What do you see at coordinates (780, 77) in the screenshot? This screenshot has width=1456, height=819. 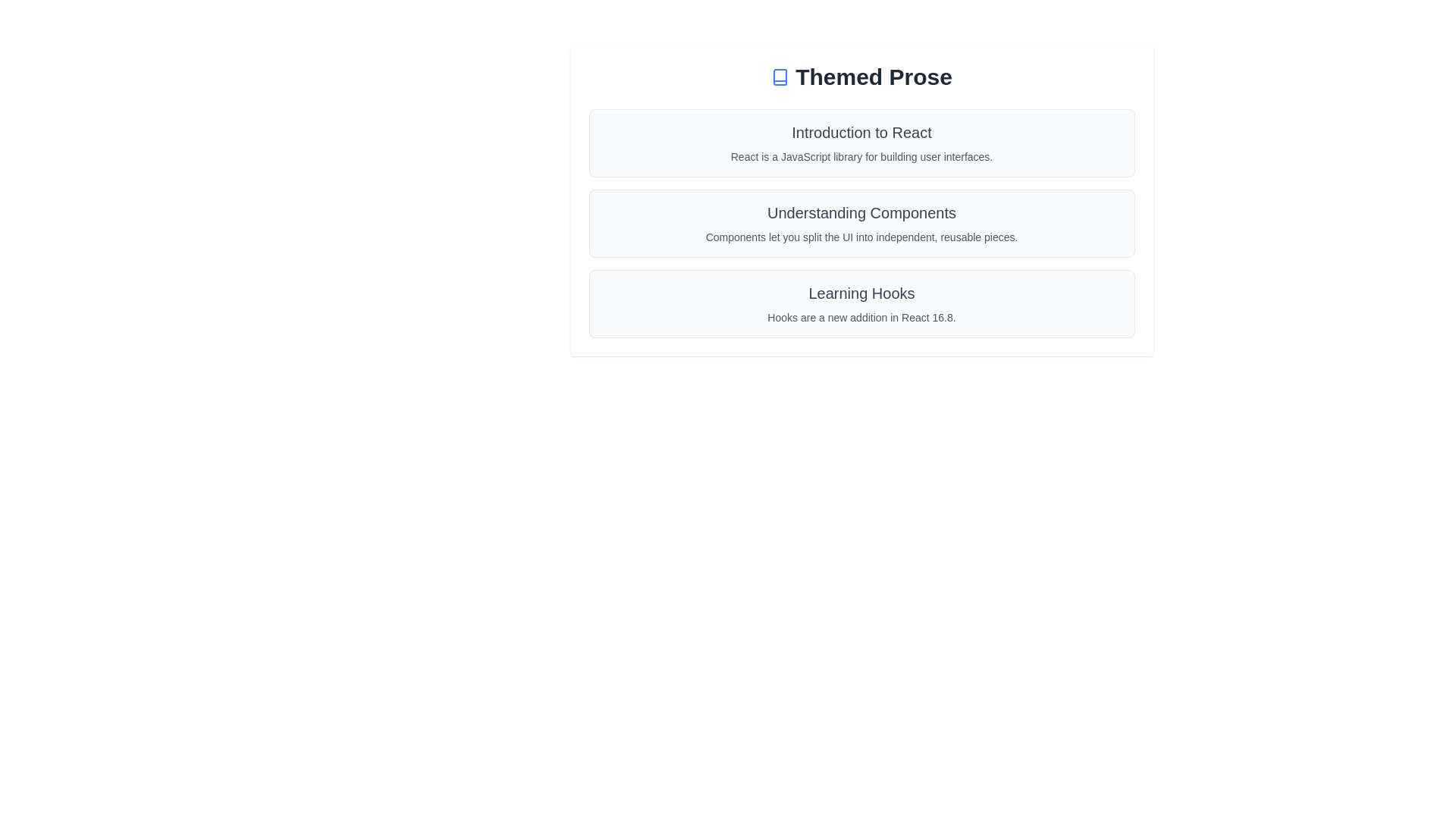 I see `the blue SVG icon resembling an open book, which is located to the left of the text 'Themed Prose'` at bounding box center [780, 77].